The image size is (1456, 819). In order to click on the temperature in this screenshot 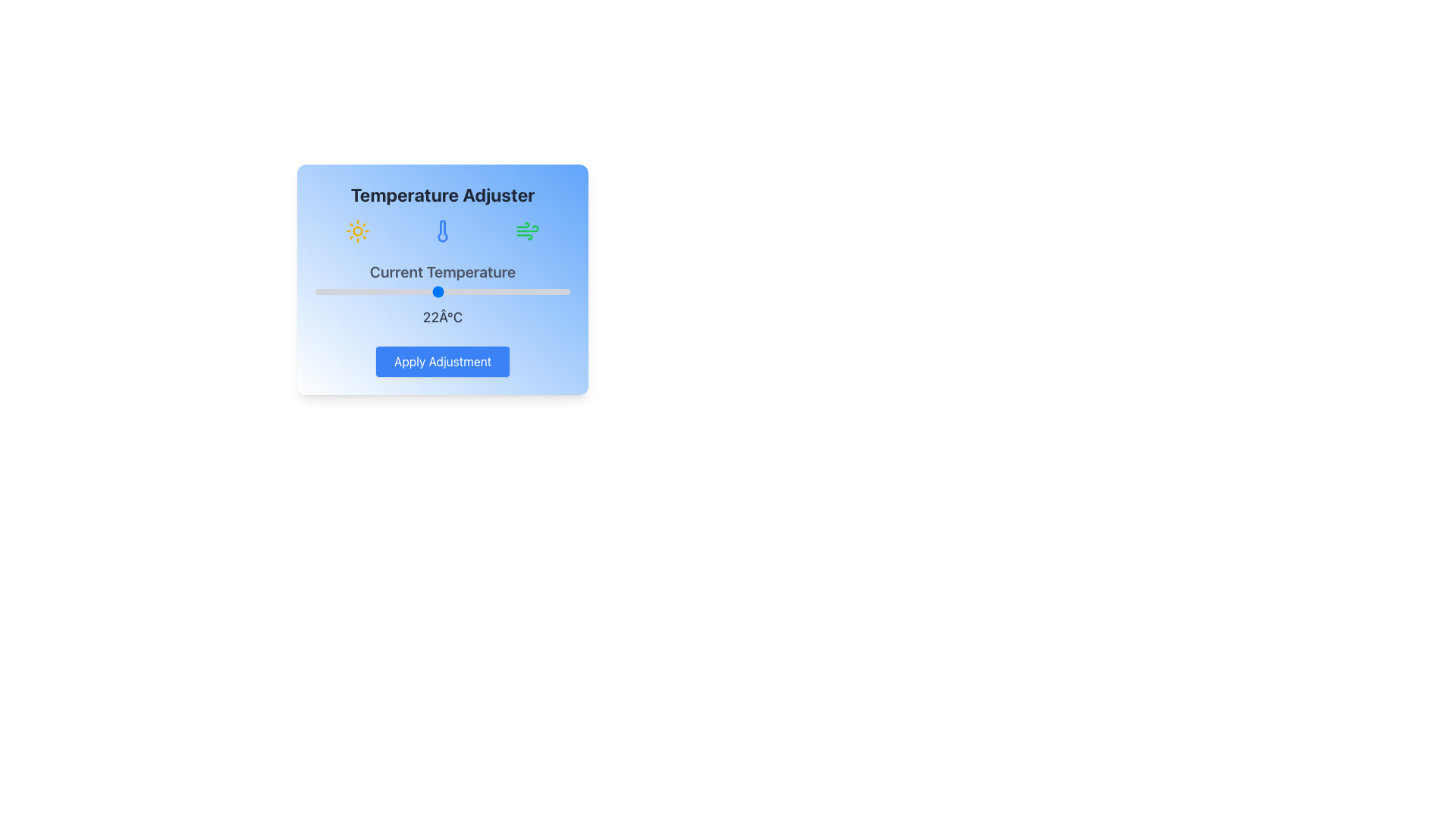, I will do `click(509, 292)`.